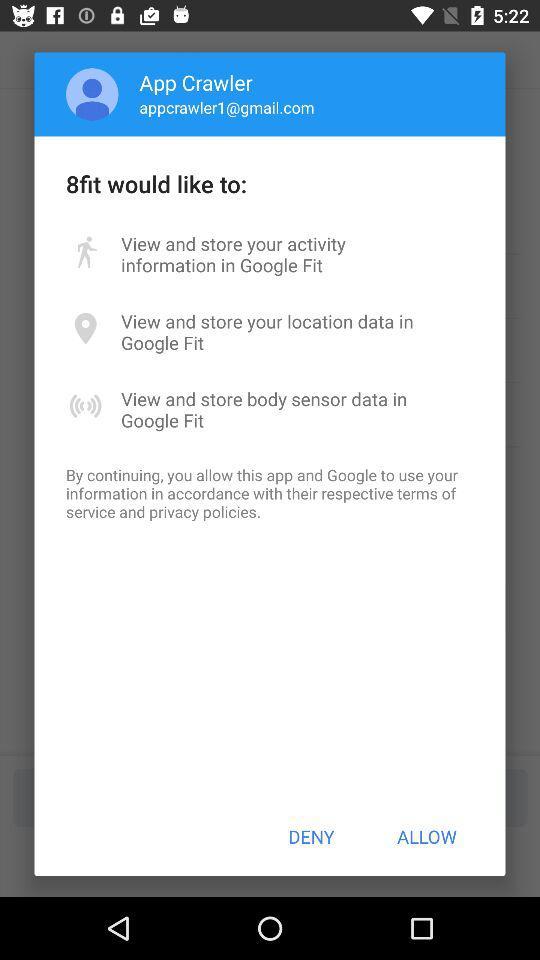 Image resolution: width=540 pixels, height=960 pixels. Describe the element at coordinates (91, 94) in the screenshot. I see `the app to the left of the app crawler` at that location.